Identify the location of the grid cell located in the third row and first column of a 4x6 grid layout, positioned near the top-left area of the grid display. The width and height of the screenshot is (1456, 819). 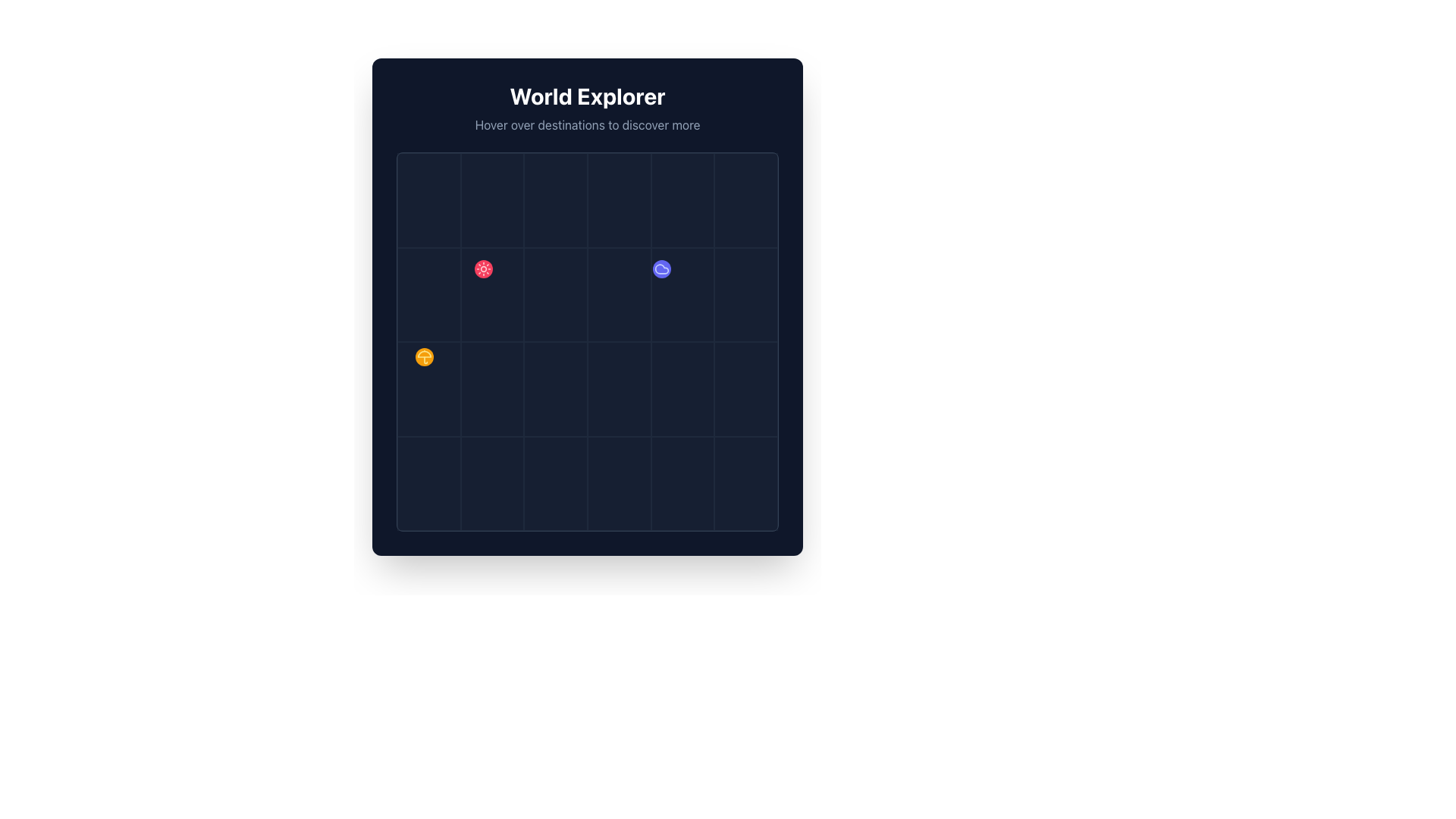
(428, 388).